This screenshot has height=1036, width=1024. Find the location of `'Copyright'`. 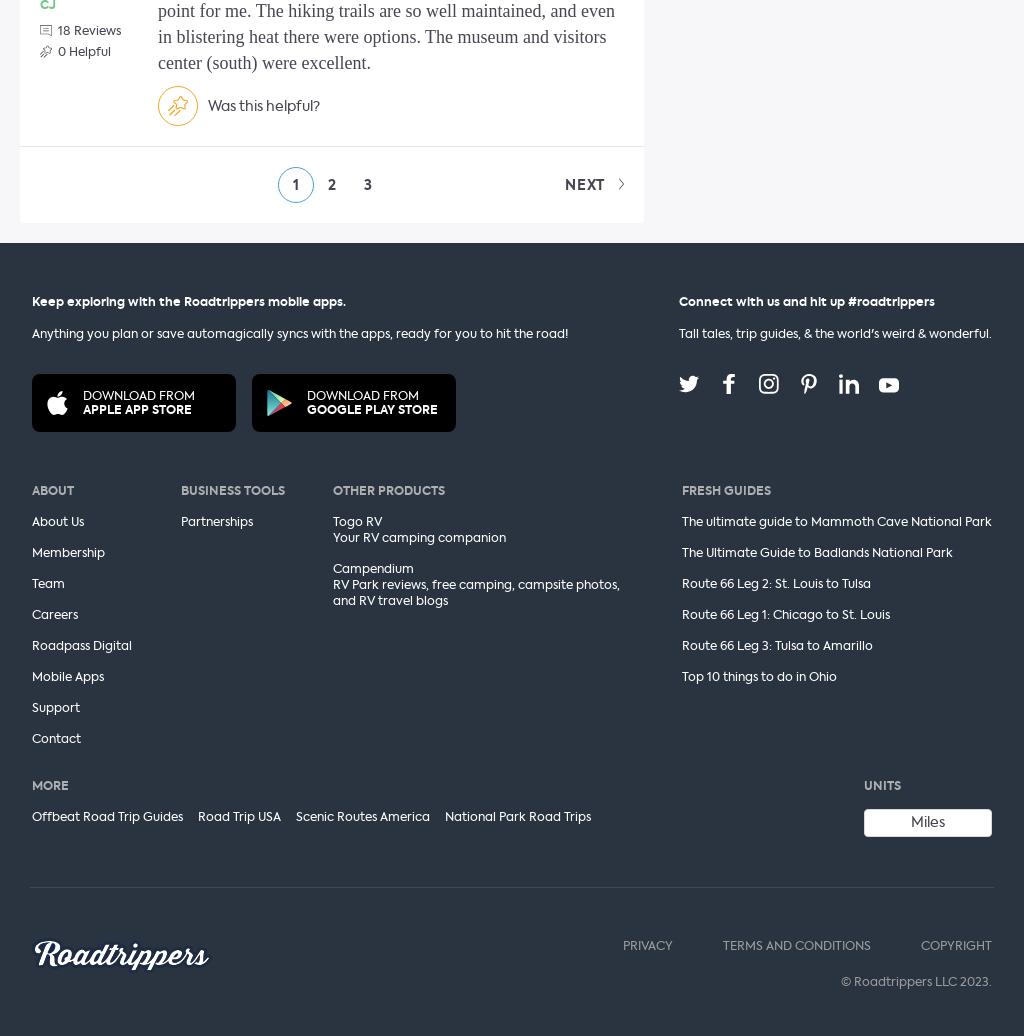

'Copyright' is located at coordinates (956, 945).